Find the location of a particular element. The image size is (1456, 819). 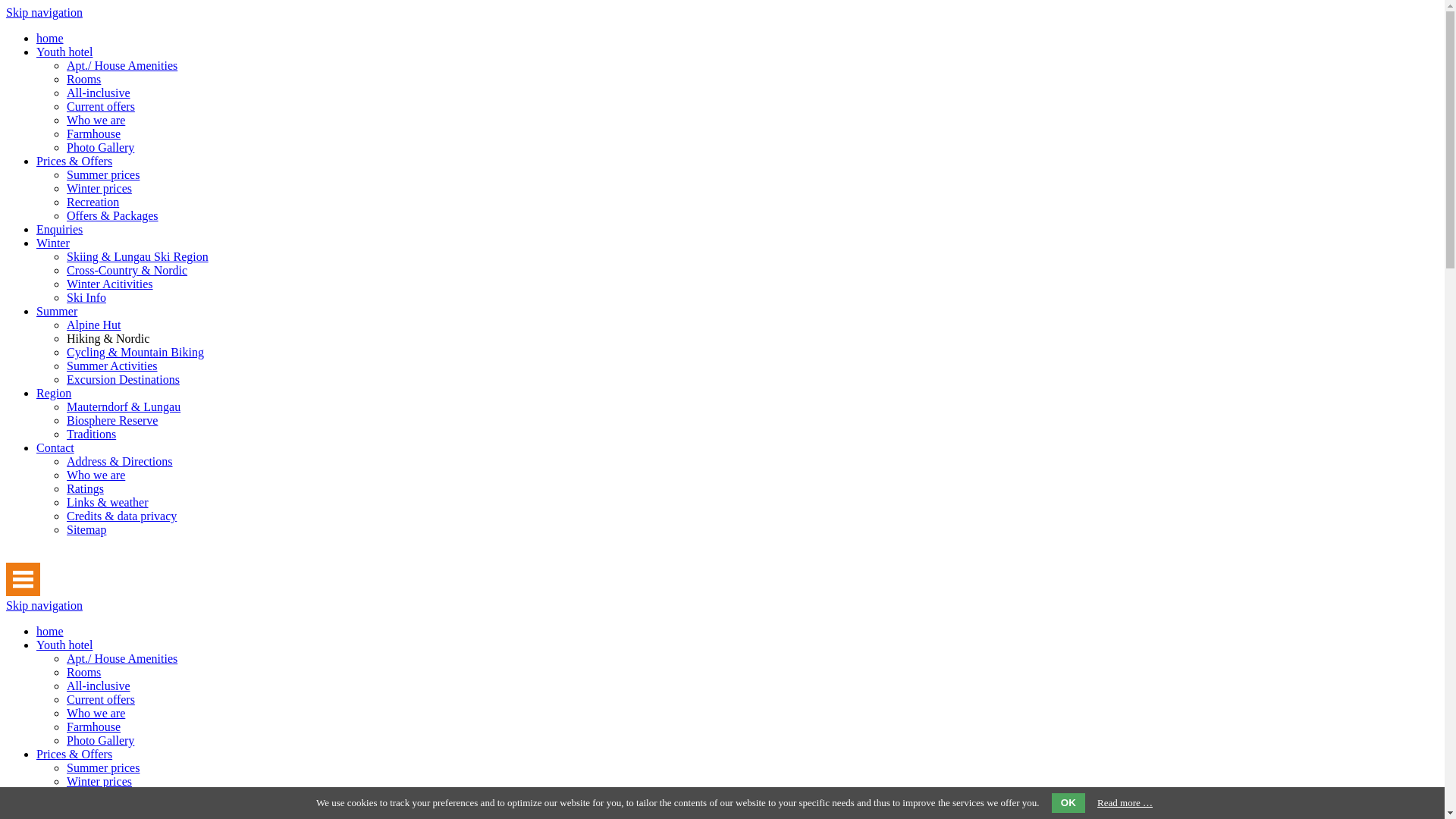

'Alpine Hut' is located at coordinates (93, 324).